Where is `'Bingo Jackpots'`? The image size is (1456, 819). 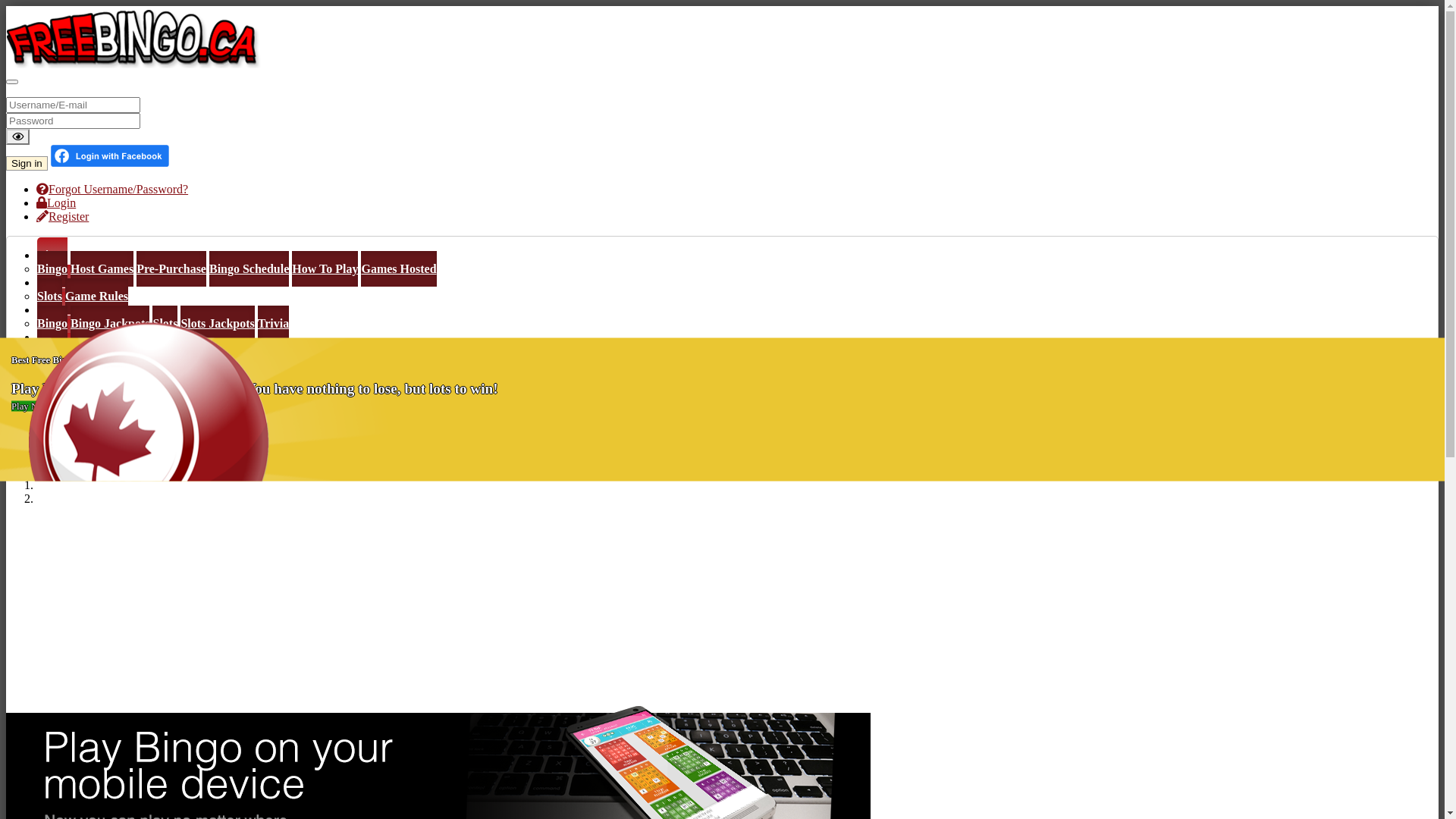 'Bingo Jackpots' is located at coordinates (108, 322).